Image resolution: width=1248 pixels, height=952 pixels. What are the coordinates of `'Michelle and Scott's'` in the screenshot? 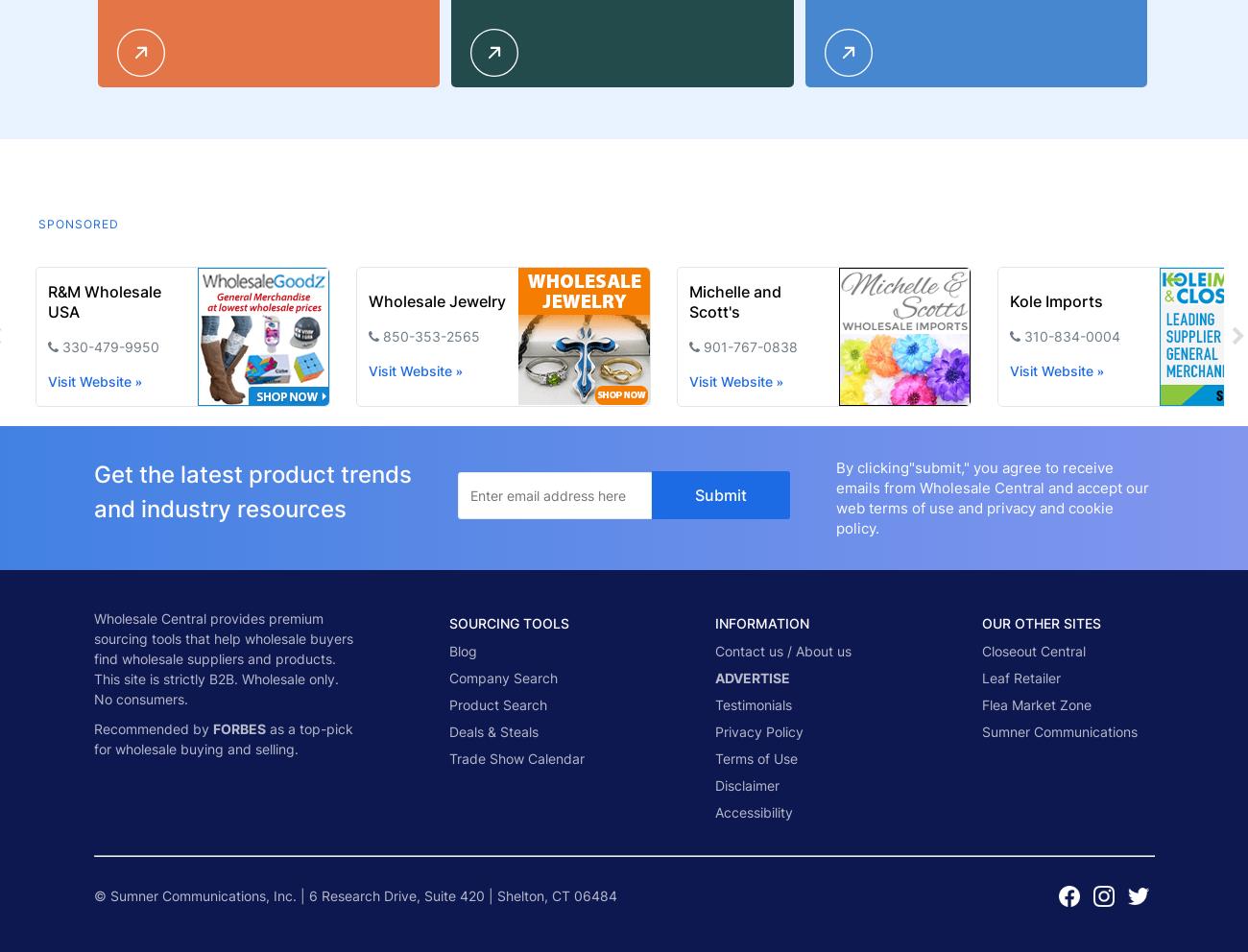 It's located at (733, 300).